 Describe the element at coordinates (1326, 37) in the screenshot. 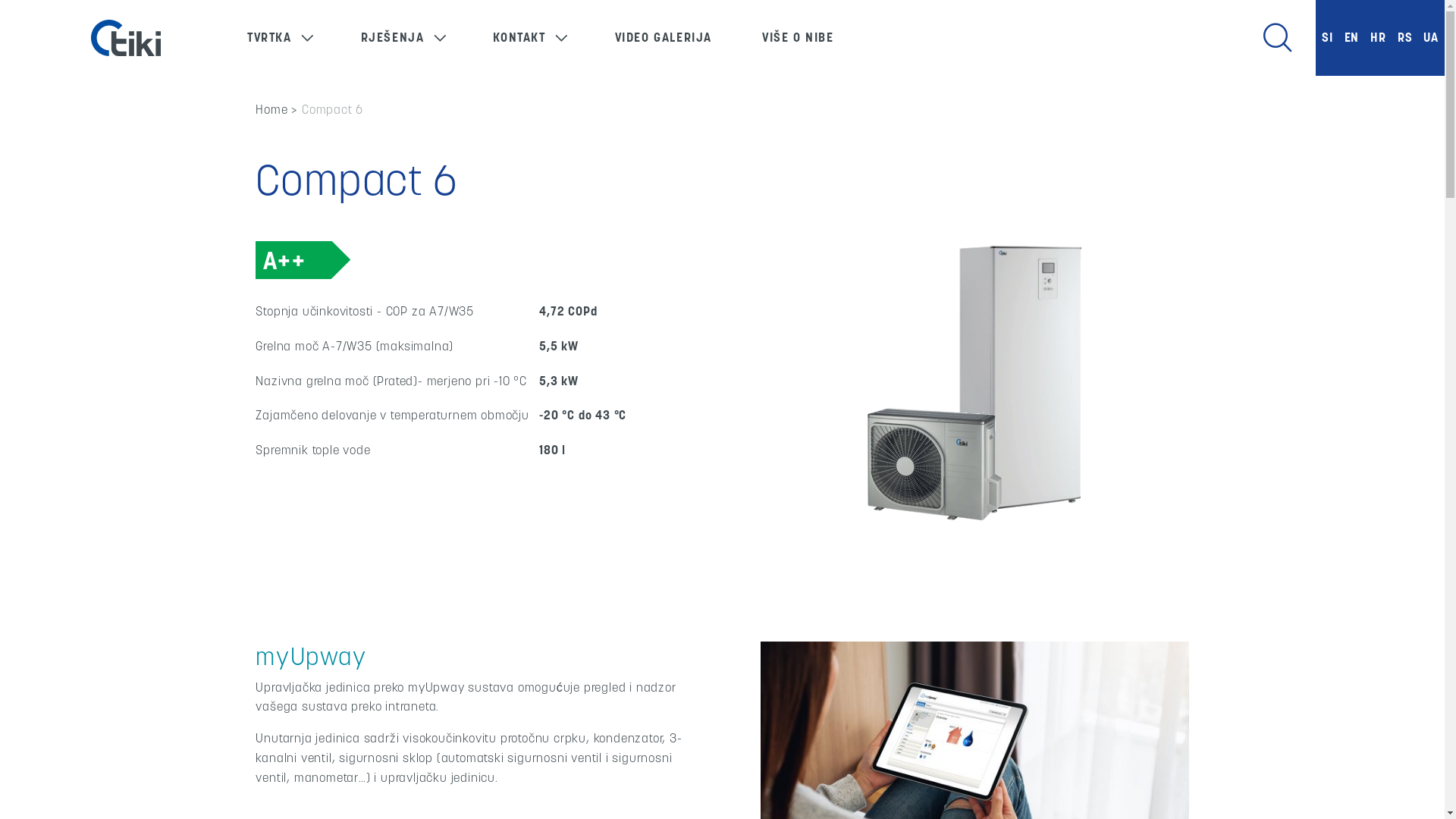

I see `'SI'` at that location.